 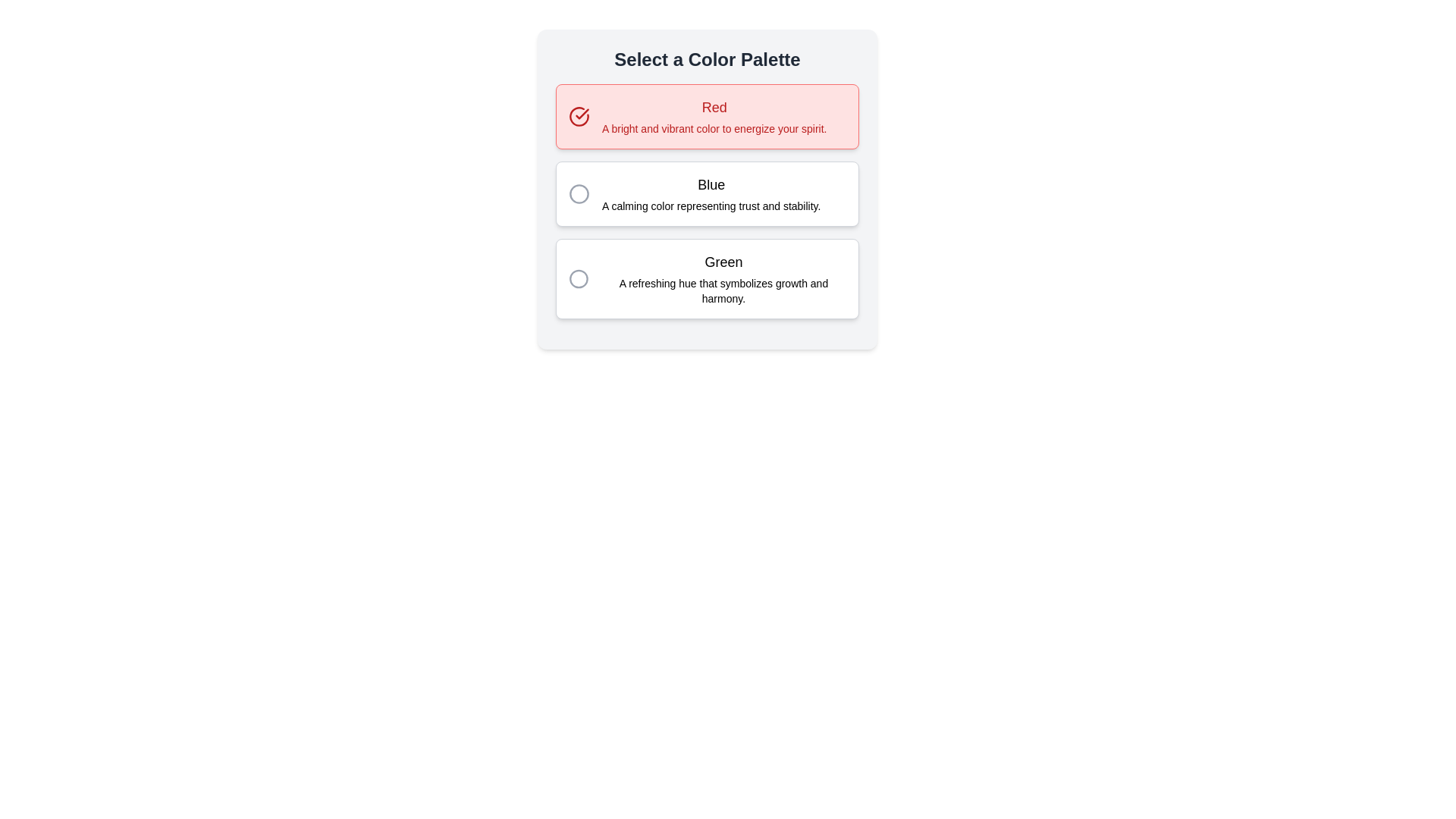 What do you see at coordinates (578, 192) in the screenshot?
I see `the Graphical Icon indicating the selectable state of the 'Blue' option in the color palette list, located in the section titled 'Select a Color Palette'` at bounding box center [578, 192].